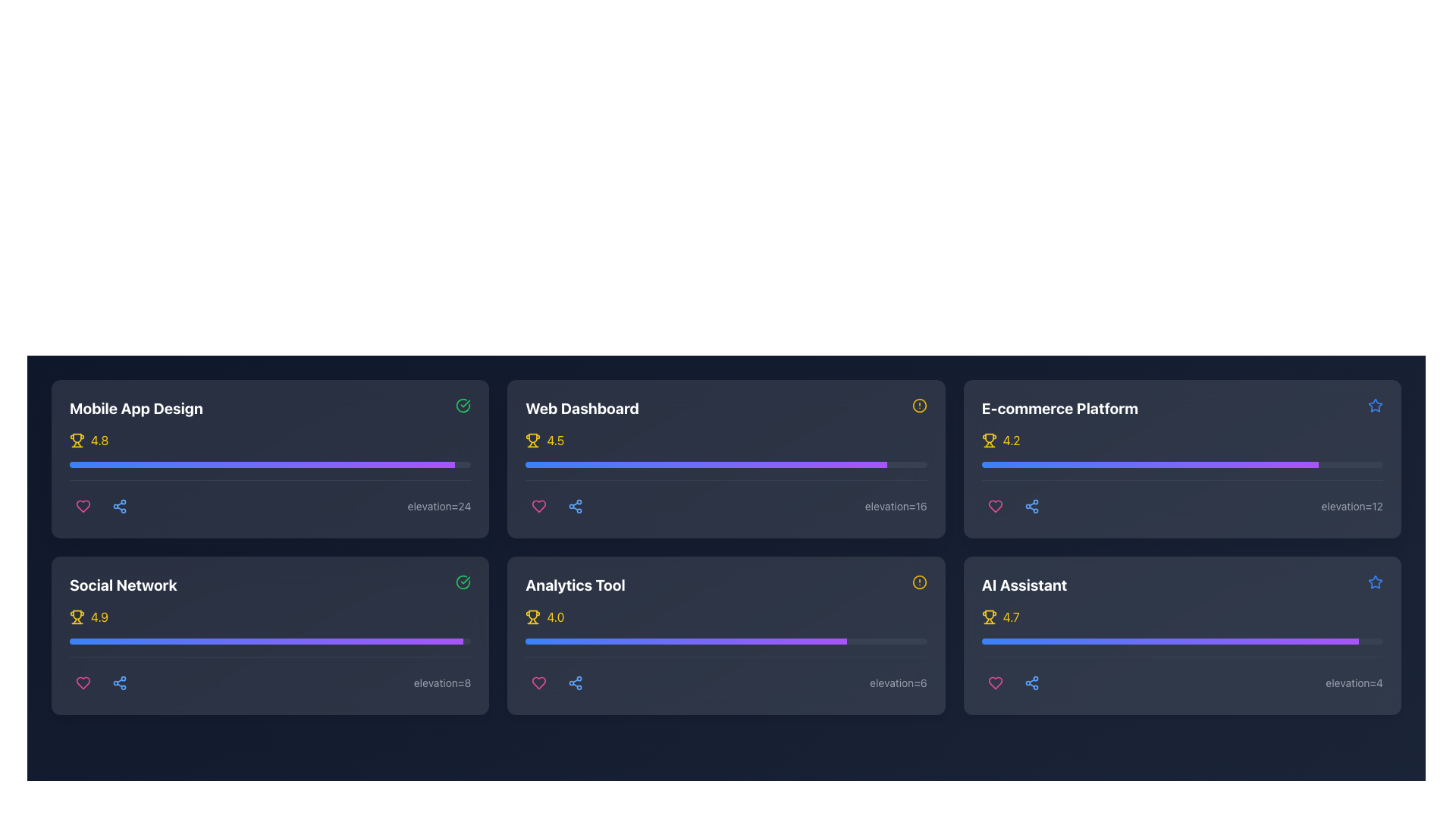  I want to click on the heart icon button located at the bottom left corner of the 'Web Dashboard' card to like the content, so click(539, 506).